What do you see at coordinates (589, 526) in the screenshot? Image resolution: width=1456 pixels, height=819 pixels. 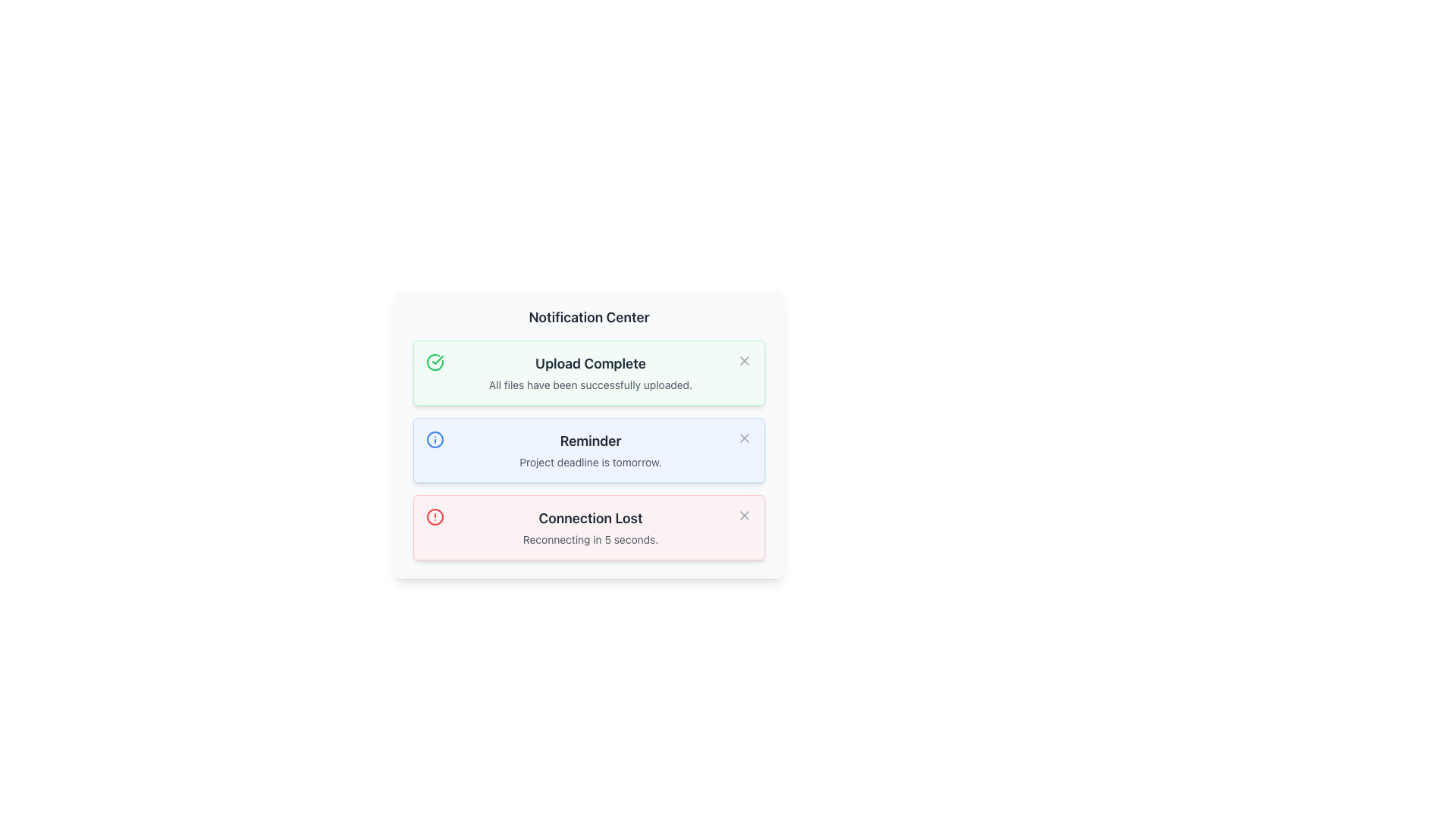 I see `the Notification box displaying 'Connection Lost' with a light red background, which includes an 'X' close button and a red error icon` at bounding box center [589, 526].